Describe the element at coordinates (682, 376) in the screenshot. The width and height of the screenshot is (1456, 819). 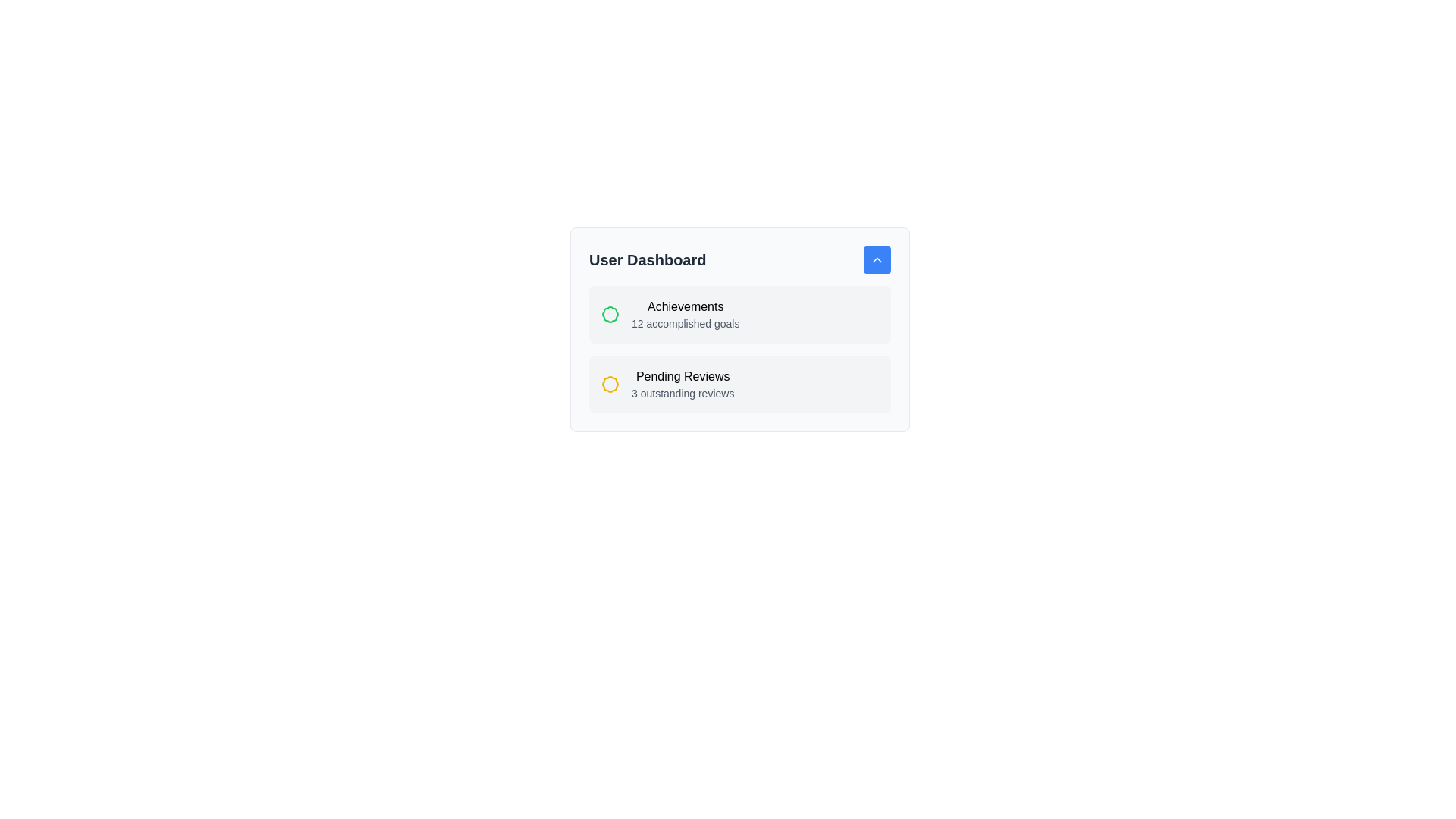
I see `text label 'Pending Reviews' located at the top of the section containing '3 outstanding reviews' in the bottom row of the dashboard` at that location.